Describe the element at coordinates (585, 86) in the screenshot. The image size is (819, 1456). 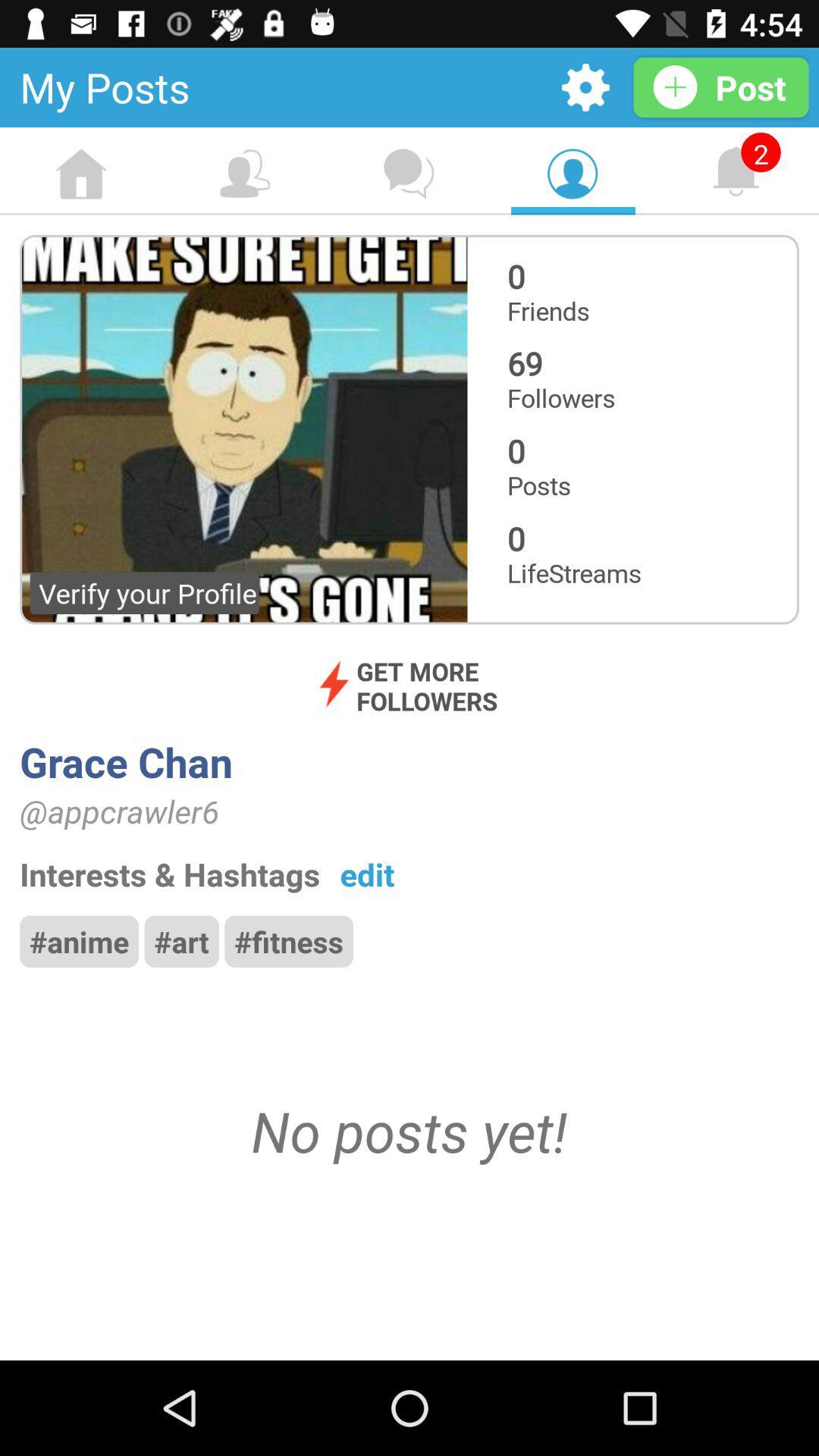
I see `settings menu` at that location.